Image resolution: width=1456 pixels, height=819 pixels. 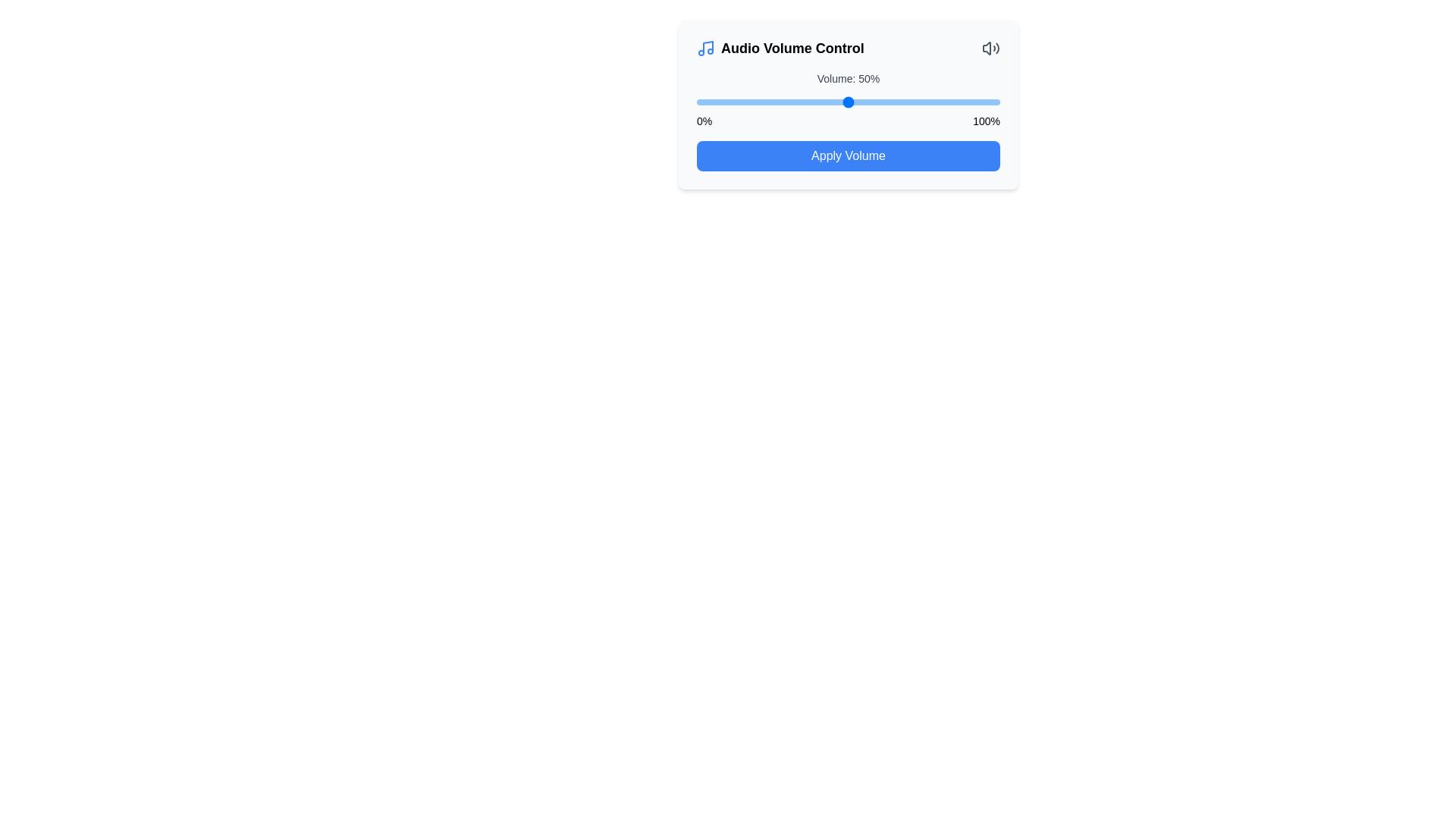 What do you see at coordinates (987, 48) in the screenshot?
I see `the graphical vector icon resembling a speaker in the audio volume control section, which is located on the top-right side of the panel, aligned with the heading 'Audio Volume Control'` at bounding box center [987, 48].